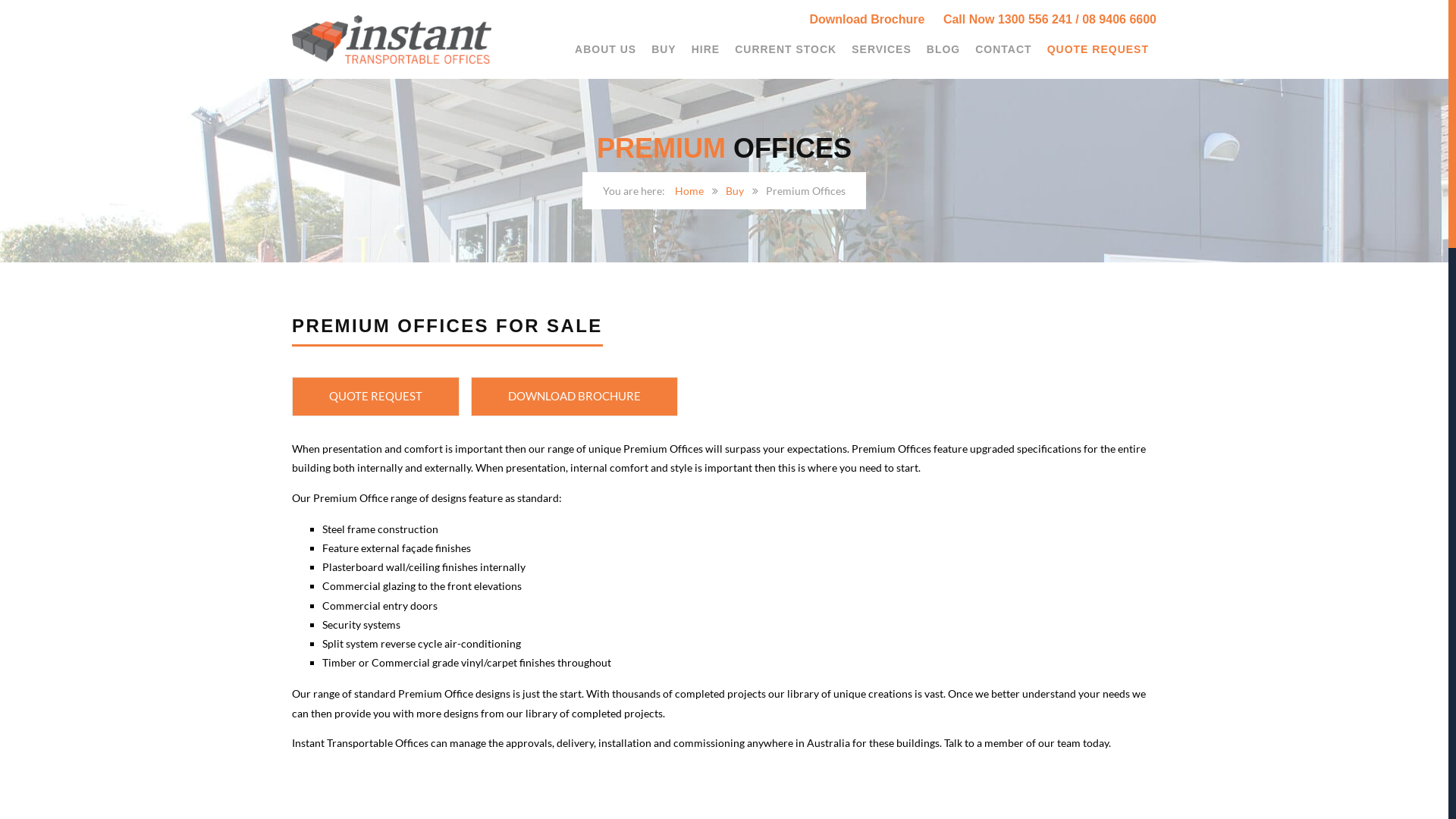 The height and width of the screenshot is (819, 1456). What do you see at coordinates (1039, 49) in the screenshot?
I see `'QUOTE REQUEST'` at bounding box center [1039, 49].